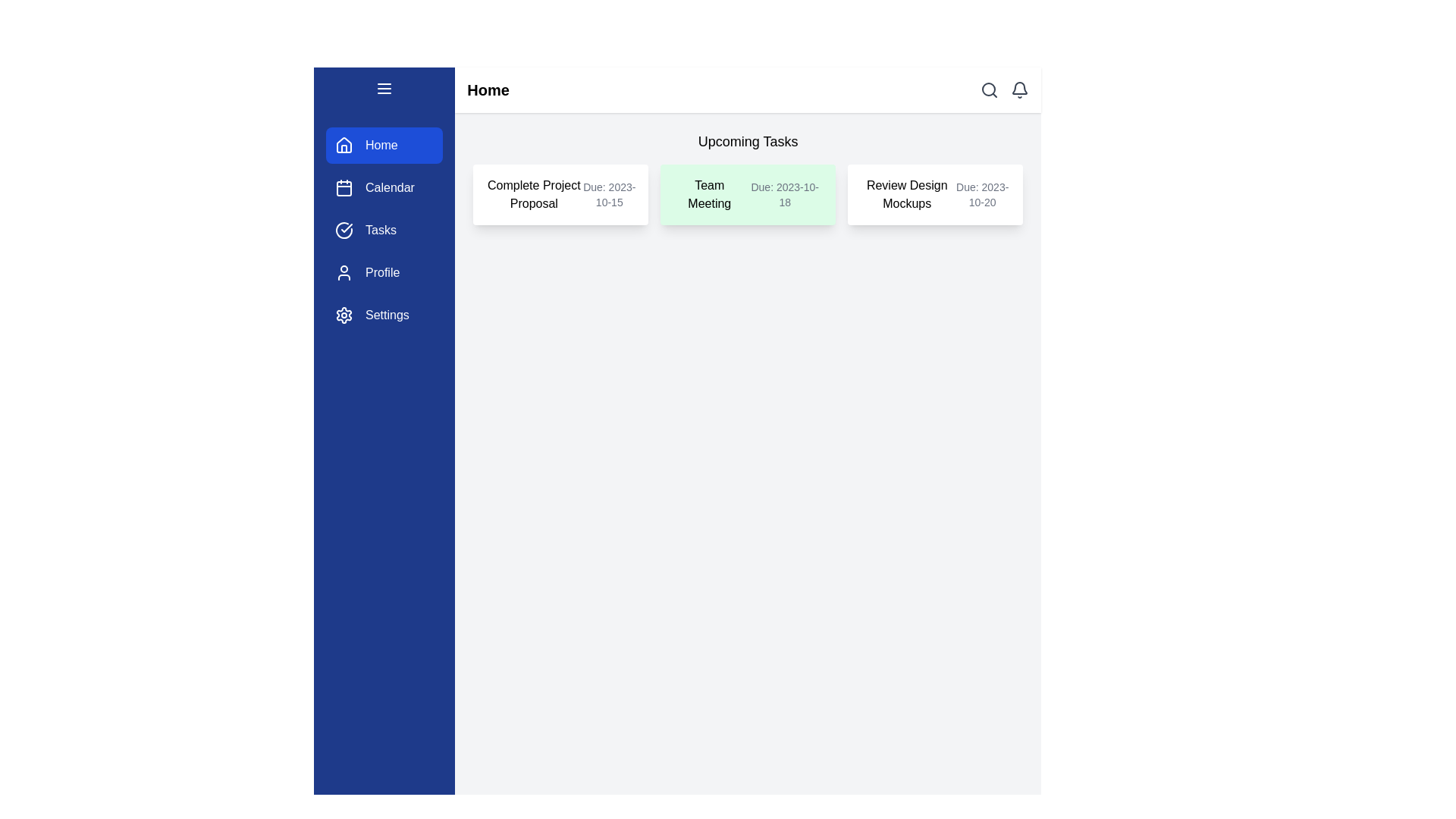  I want to click on the text label that represents the task management navigation option in the sidebar, so click(381, 231).